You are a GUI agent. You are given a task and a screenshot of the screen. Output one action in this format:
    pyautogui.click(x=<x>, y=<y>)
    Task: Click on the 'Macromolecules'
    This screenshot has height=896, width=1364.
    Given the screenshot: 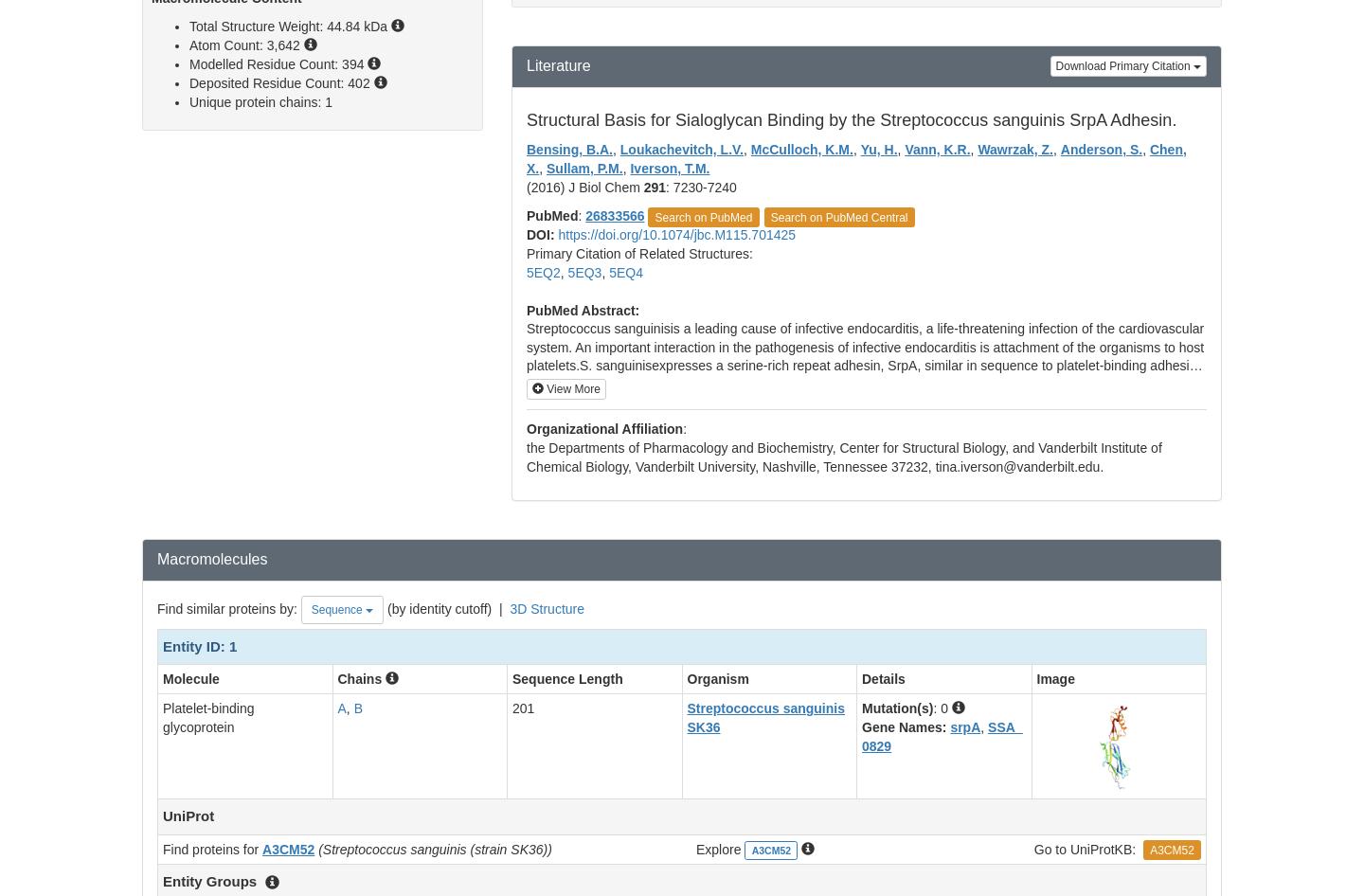 What is the action you would take?
    pyautogui.click(x=212, y=557)
    